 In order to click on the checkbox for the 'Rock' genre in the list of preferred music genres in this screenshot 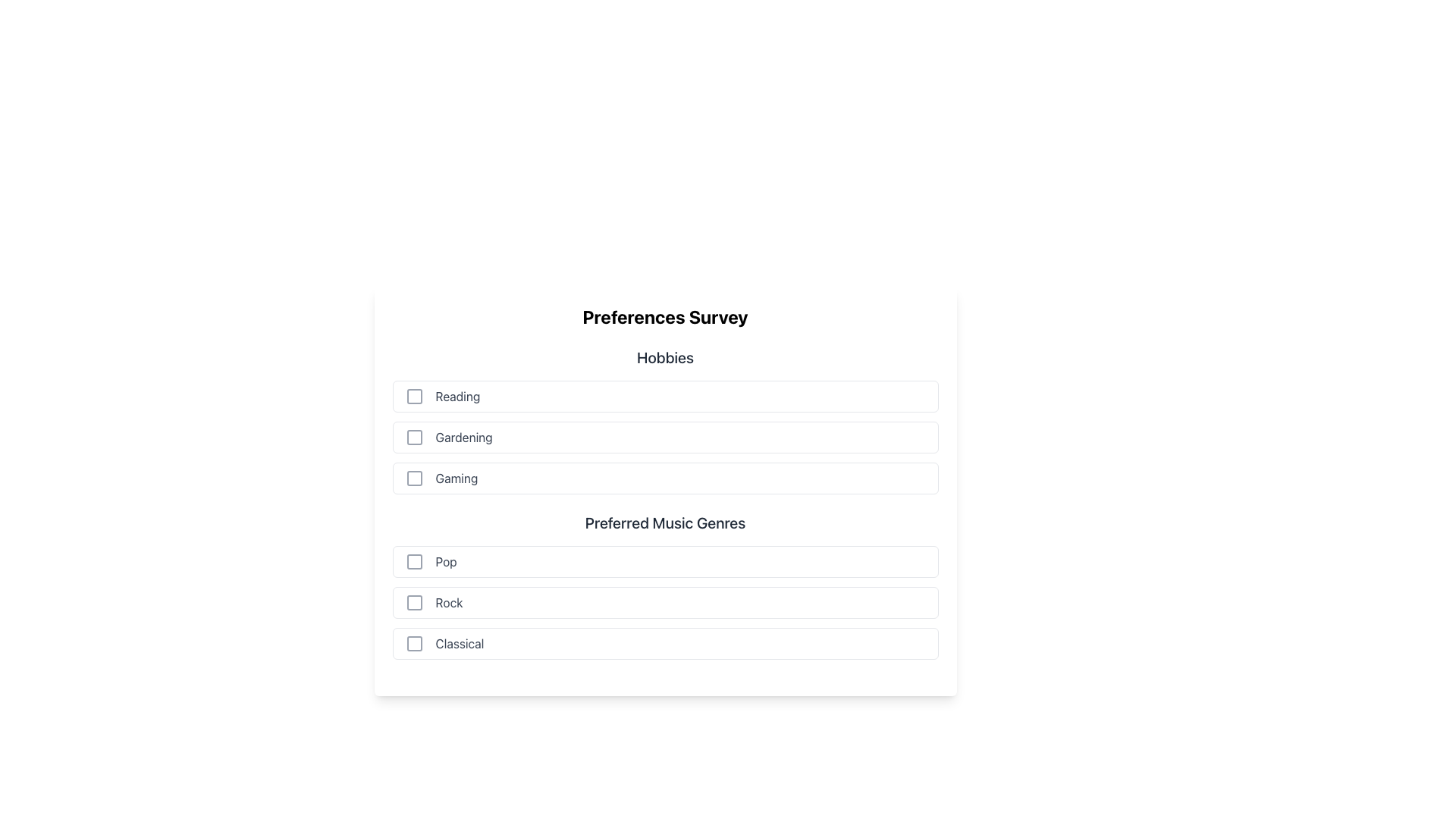, I will do `click(665, 601)`.